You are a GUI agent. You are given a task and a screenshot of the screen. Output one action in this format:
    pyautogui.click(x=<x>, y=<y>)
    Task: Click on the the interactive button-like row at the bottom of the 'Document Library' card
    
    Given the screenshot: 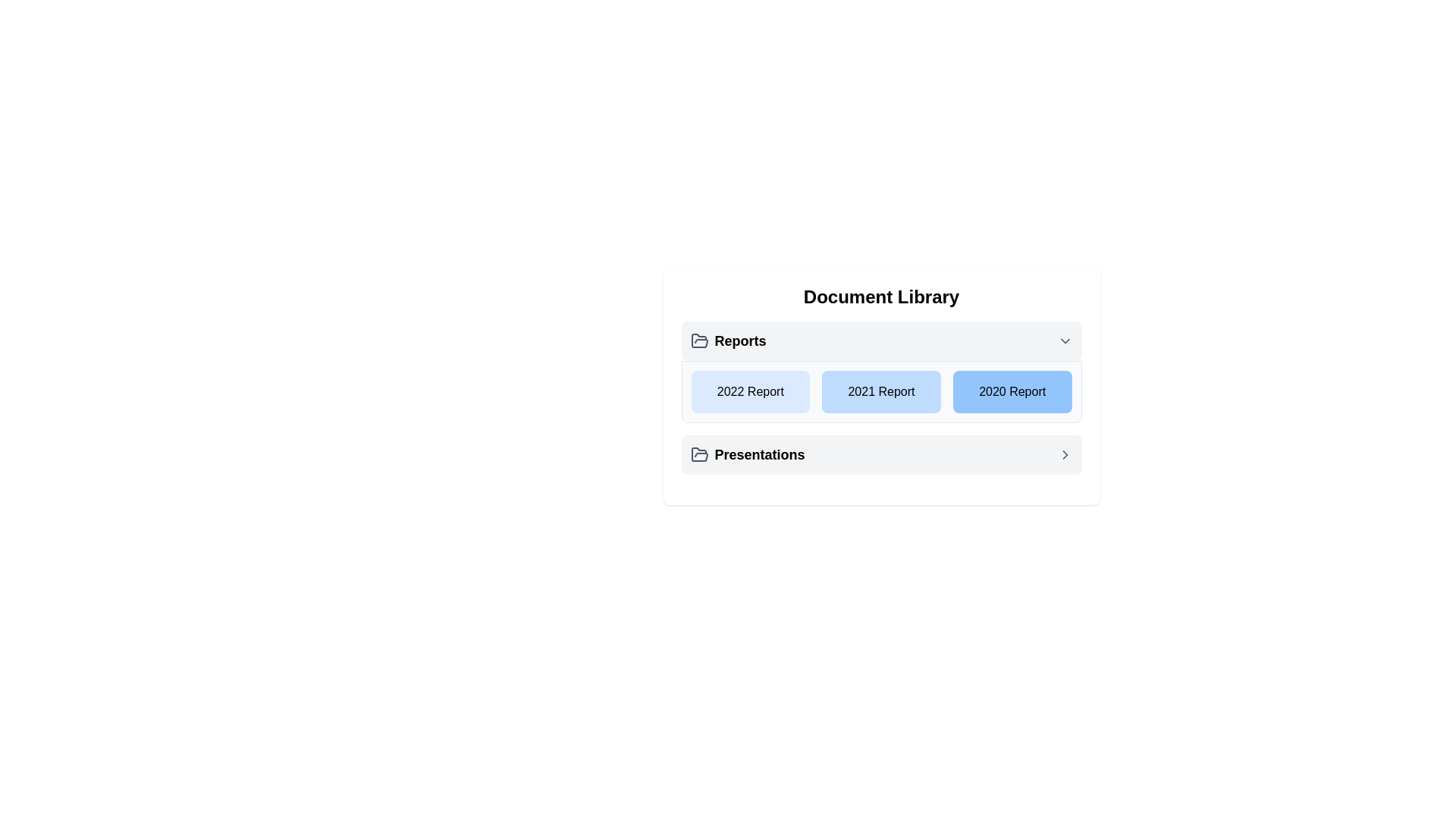 What is the action you would take?
    pyautogui.click(x=881, y=454)
    